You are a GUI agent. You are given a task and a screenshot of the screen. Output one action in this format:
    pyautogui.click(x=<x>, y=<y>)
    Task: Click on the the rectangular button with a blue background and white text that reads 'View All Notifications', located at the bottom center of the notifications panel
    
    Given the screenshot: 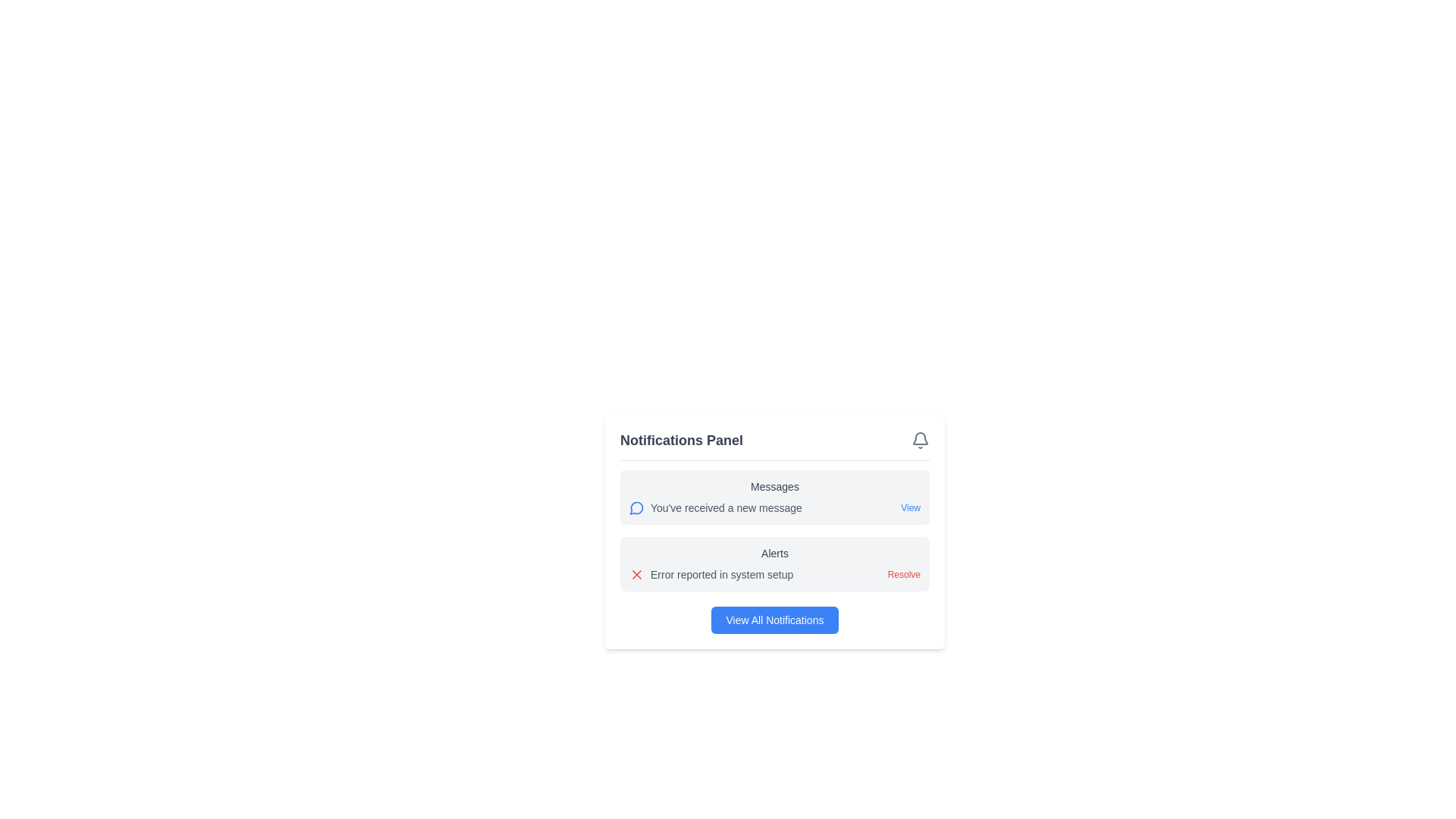 What is the action you would take?
    pyautogui.click(x=775, y=620)
    